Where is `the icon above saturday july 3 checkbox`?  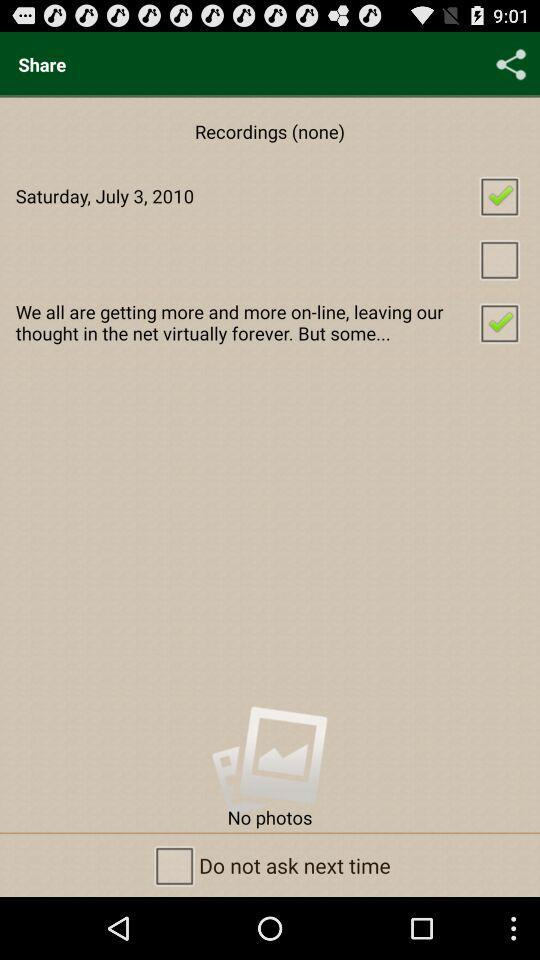
the icon above saturday july 3 checkbox is located at coordinates (511, 64).